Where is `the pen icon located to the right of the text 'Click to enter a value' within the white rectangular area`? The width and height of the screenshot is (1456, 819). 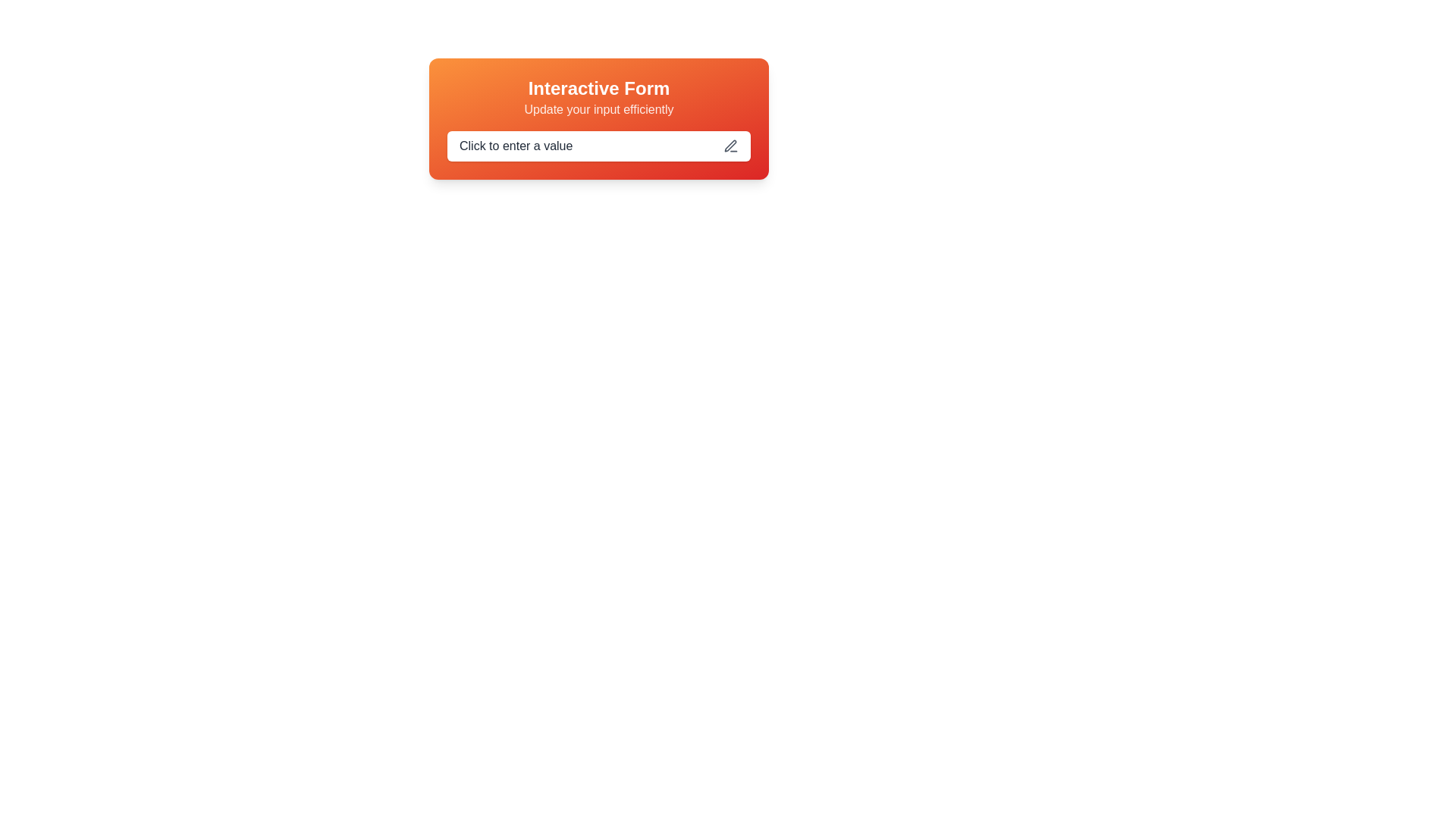 the pen icon located to the right of the text 'Click to enter a value' within the white rectangular area is located at coordinates (731, 146).